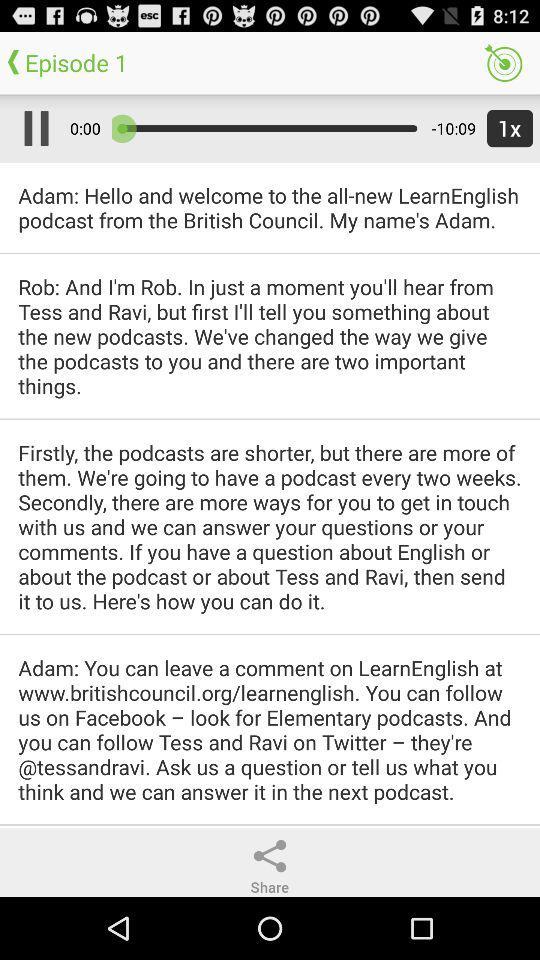  What do you see at coordinates (270, 525) in the screenshot?
I see `the app above the adam you can app` at bounding box center [270, 525].